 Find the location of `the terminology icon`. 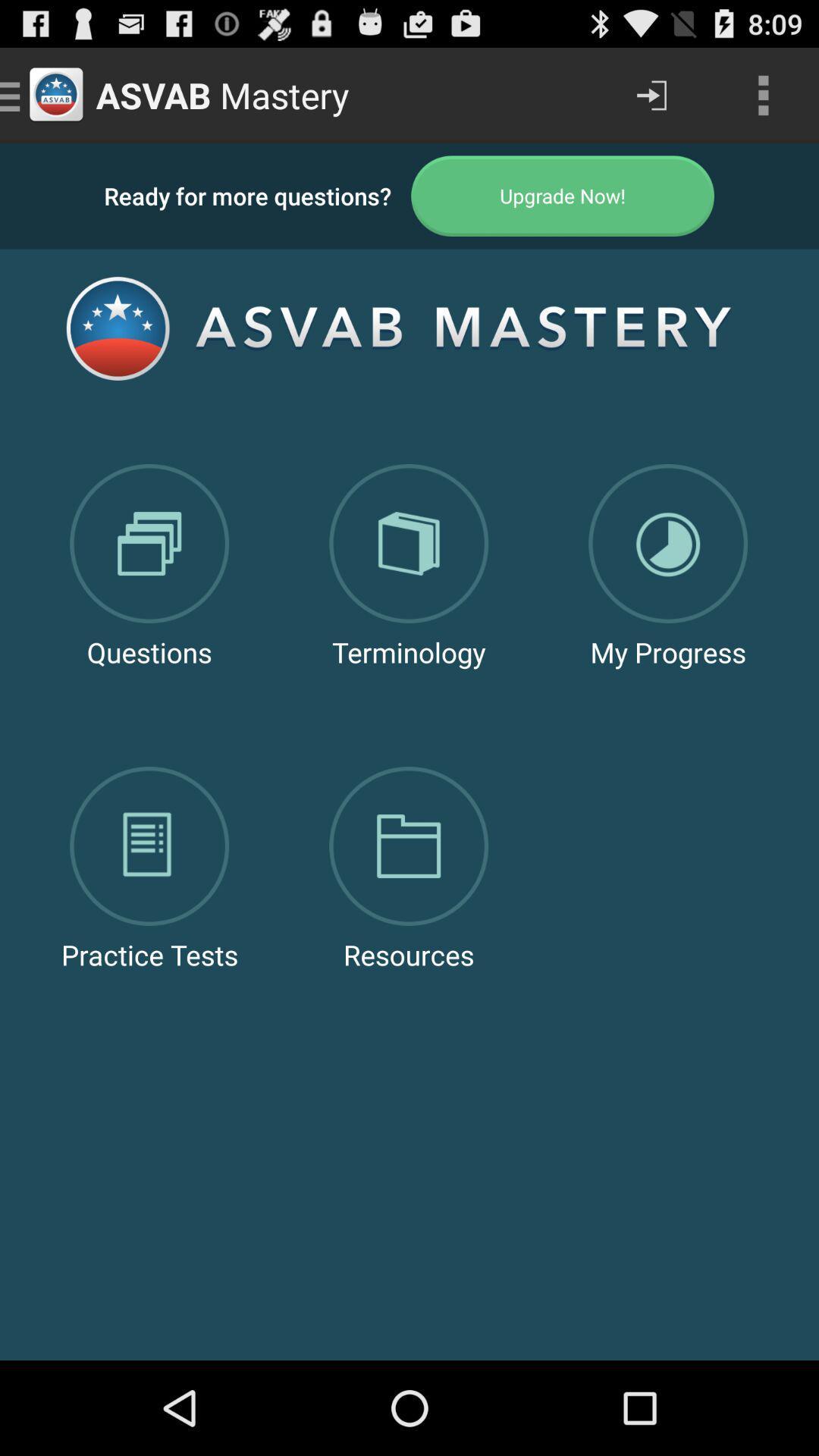

the terminology icon is located at coordinates (408, 534).